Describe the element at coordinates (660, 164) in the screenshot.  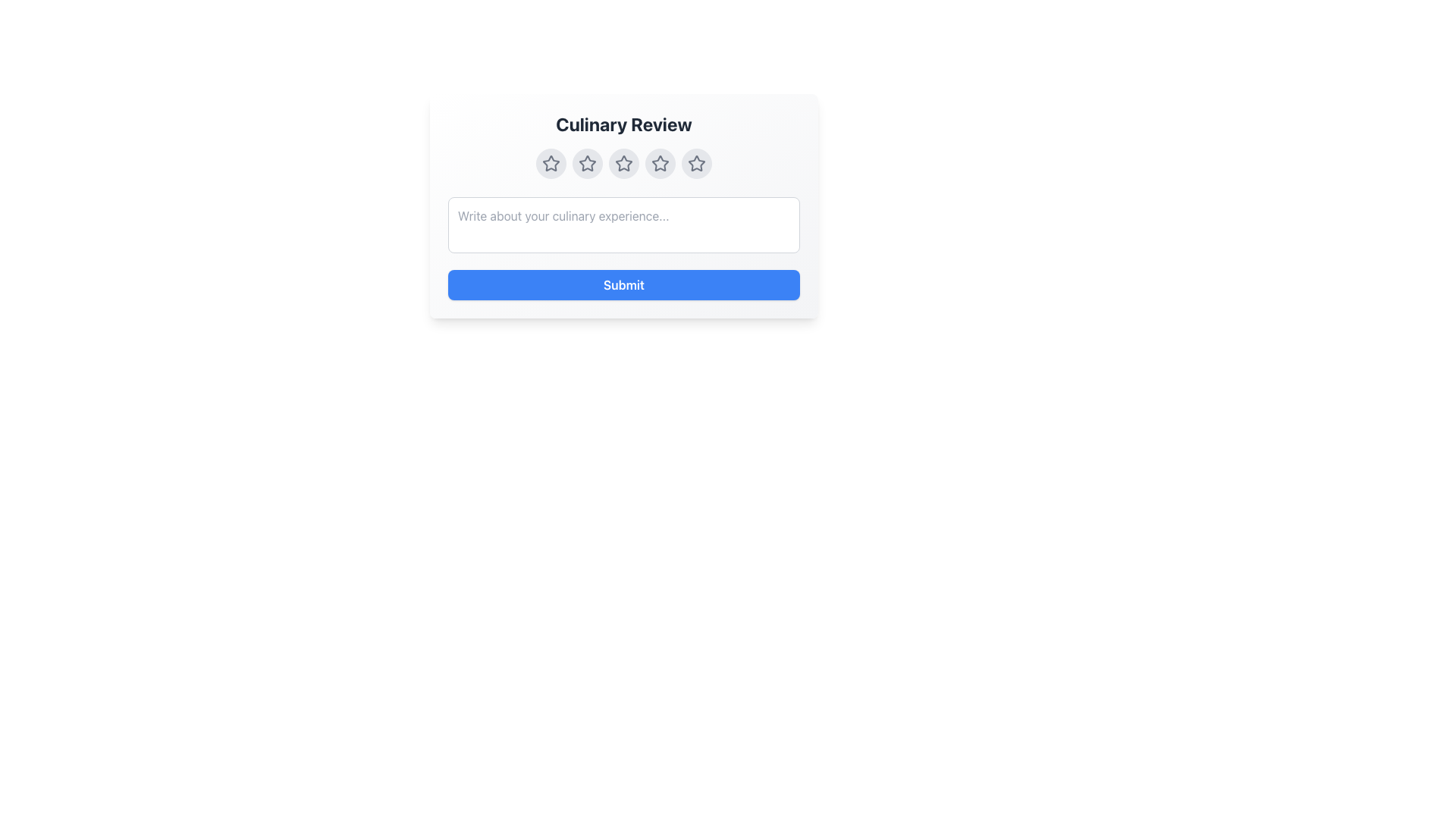
I see `the fourth star icon in the rating system located below 'Culinary Review' to indicate a rating` at that location.